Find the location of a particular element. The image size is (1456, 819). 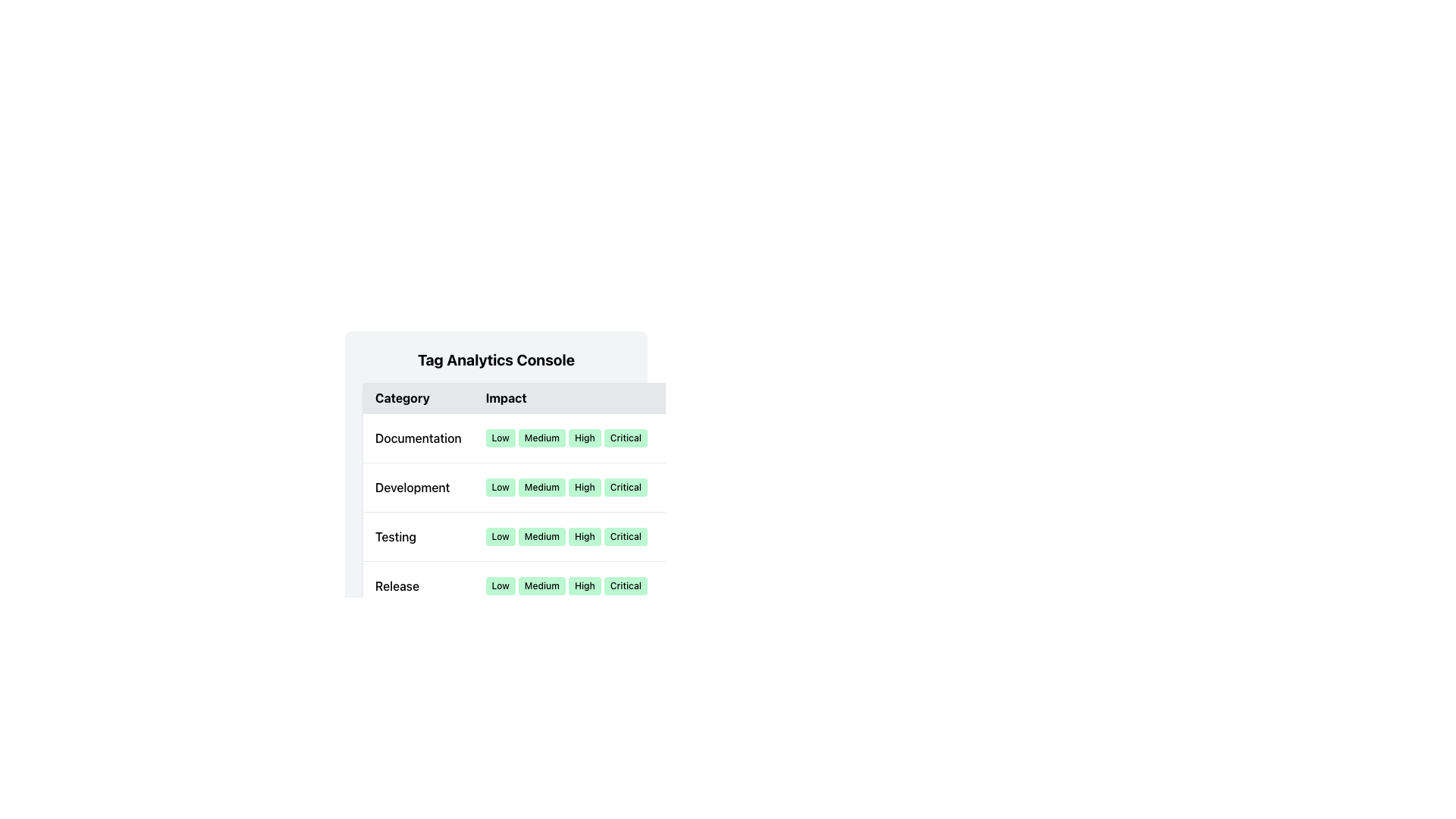

the labels in the table row containing 'Documentation' and its associated status bubbles labeled 'Low', 'Medium', 'High', and 'Critical' is located at coordinates (545, 438).